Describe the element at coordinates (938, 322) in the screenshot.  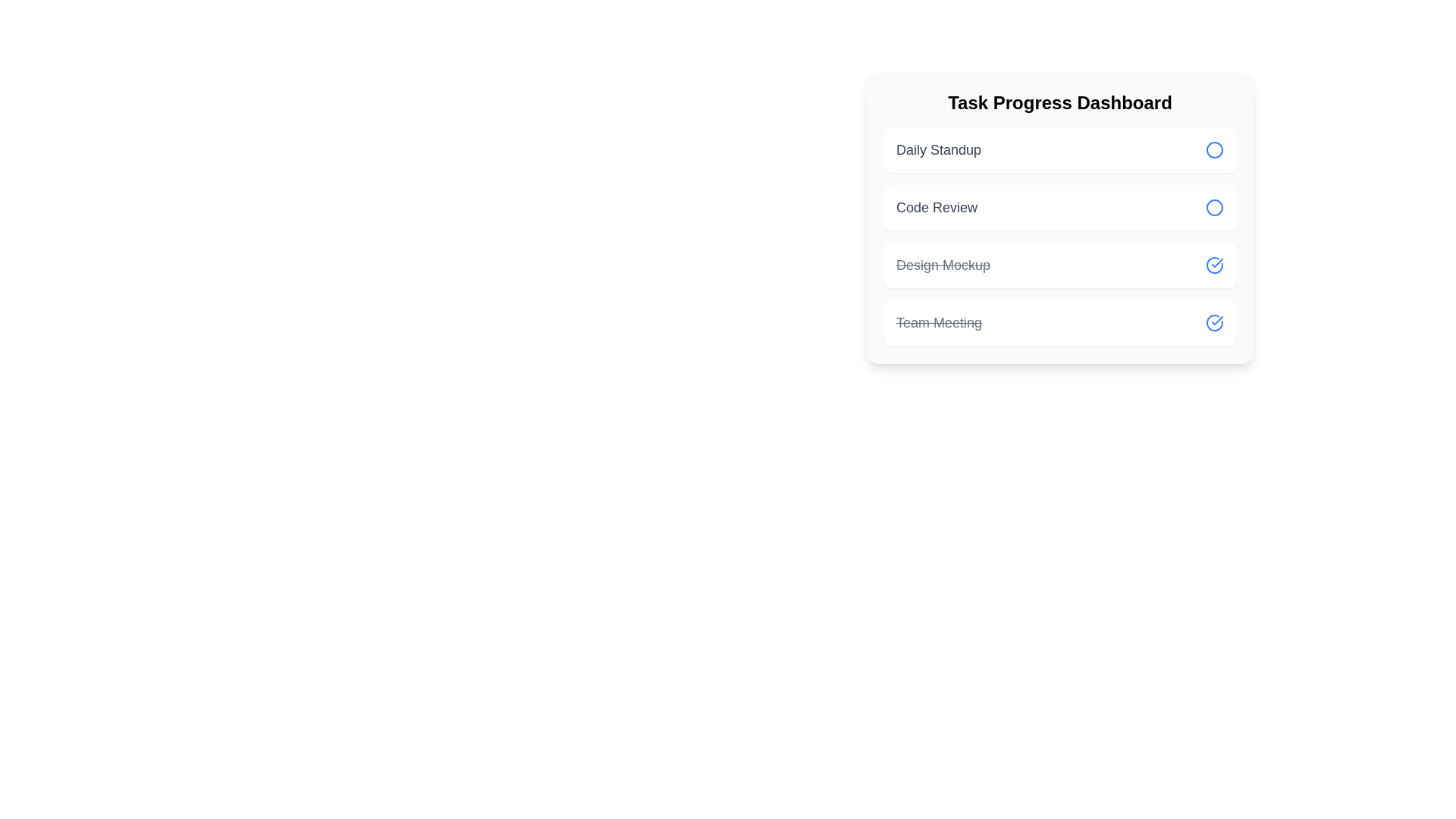
I see `the completed task text label 'Team Meeting' which is marked with a strikethrough style and is located at the bottom of the task list` at that location.